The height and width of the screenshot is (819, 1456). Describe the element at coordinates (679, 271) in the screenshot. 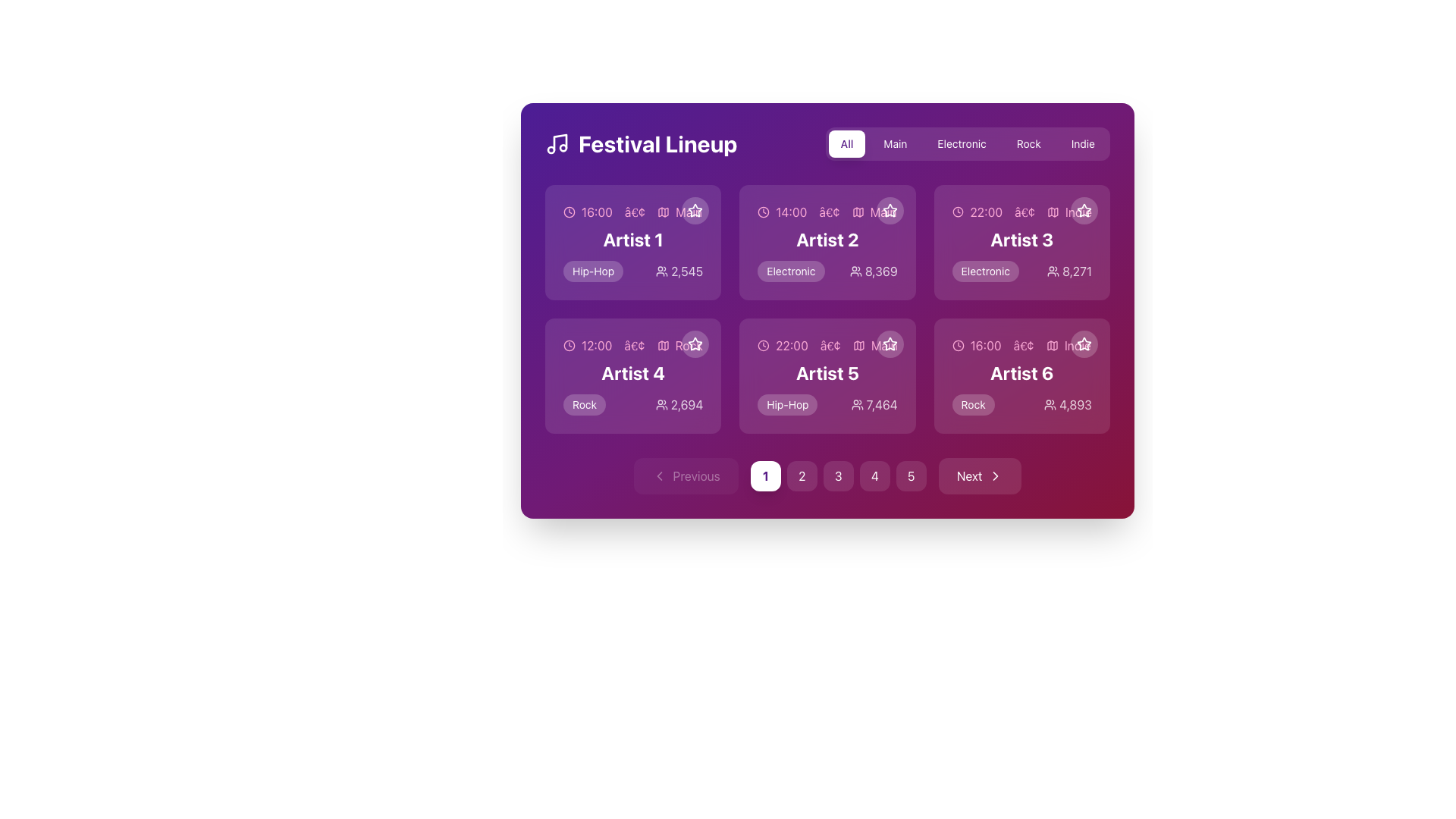

I see `the numerical label displaying '2,545' with a user icon, located in the lower-right section of the 'Artist 1' card, next to the 'Hip-Hop' label and beneath the artist name to potentially reveal a tooltip` at that location.